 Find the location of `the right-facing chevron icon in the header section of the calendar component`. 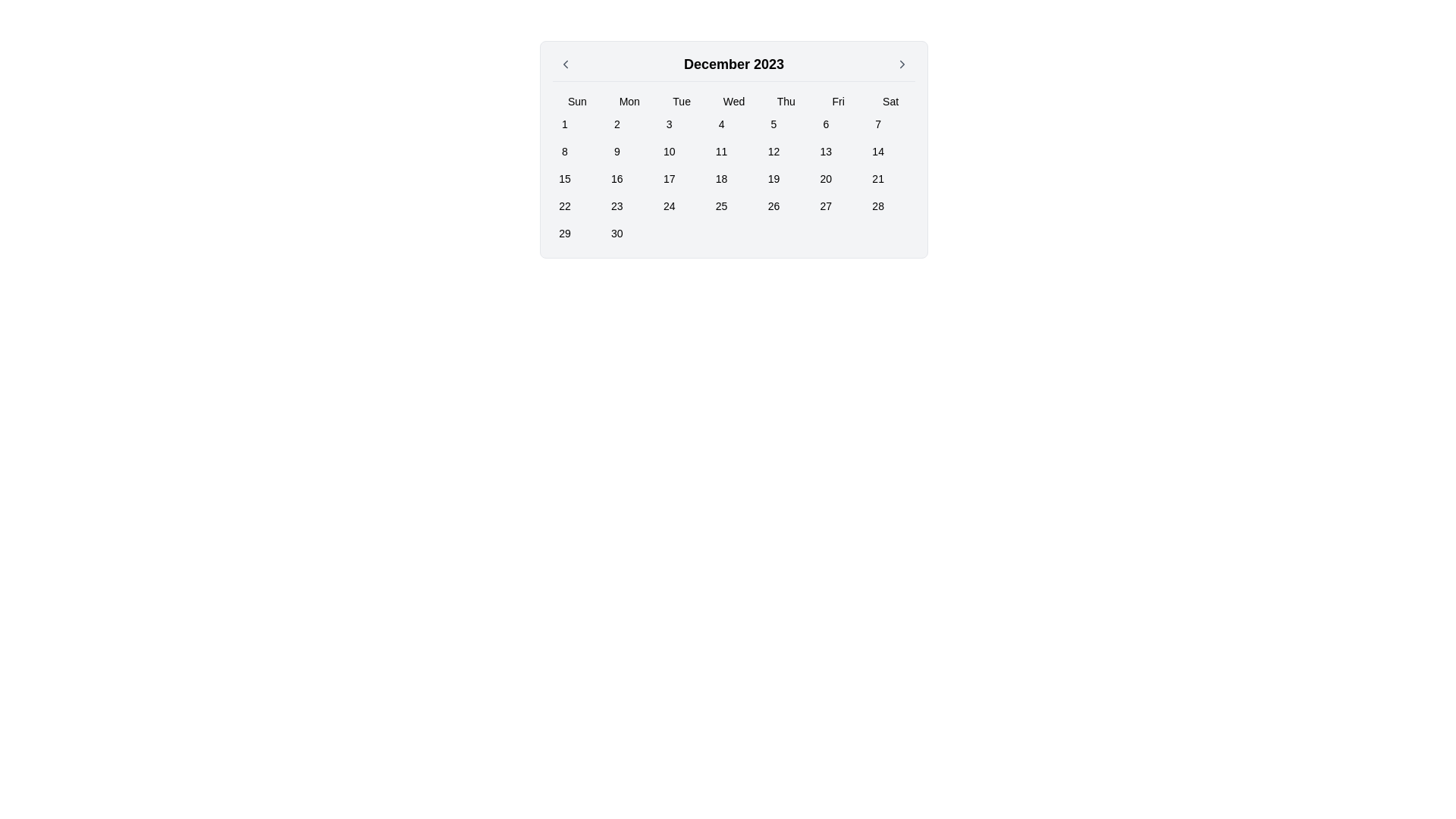

the right-facing chevron icon in the header section of the calendar component is located at coordinates (902, 63).